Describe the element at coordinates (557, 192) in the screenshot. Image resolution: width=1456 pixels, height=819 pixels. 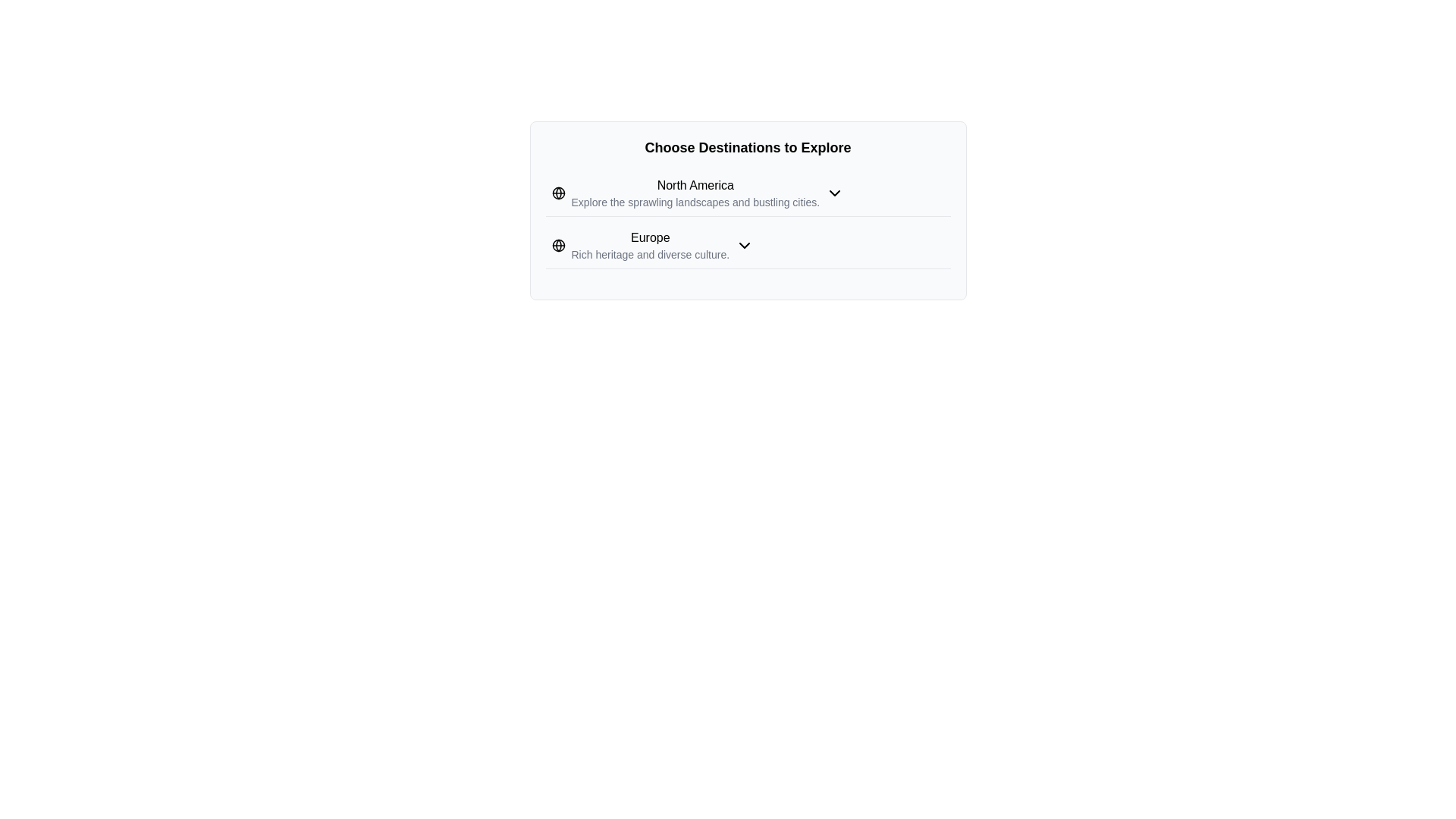
I see `the globe icon located to the left of the text 'North America', which is part of a list detailing travel destinations` at that location.